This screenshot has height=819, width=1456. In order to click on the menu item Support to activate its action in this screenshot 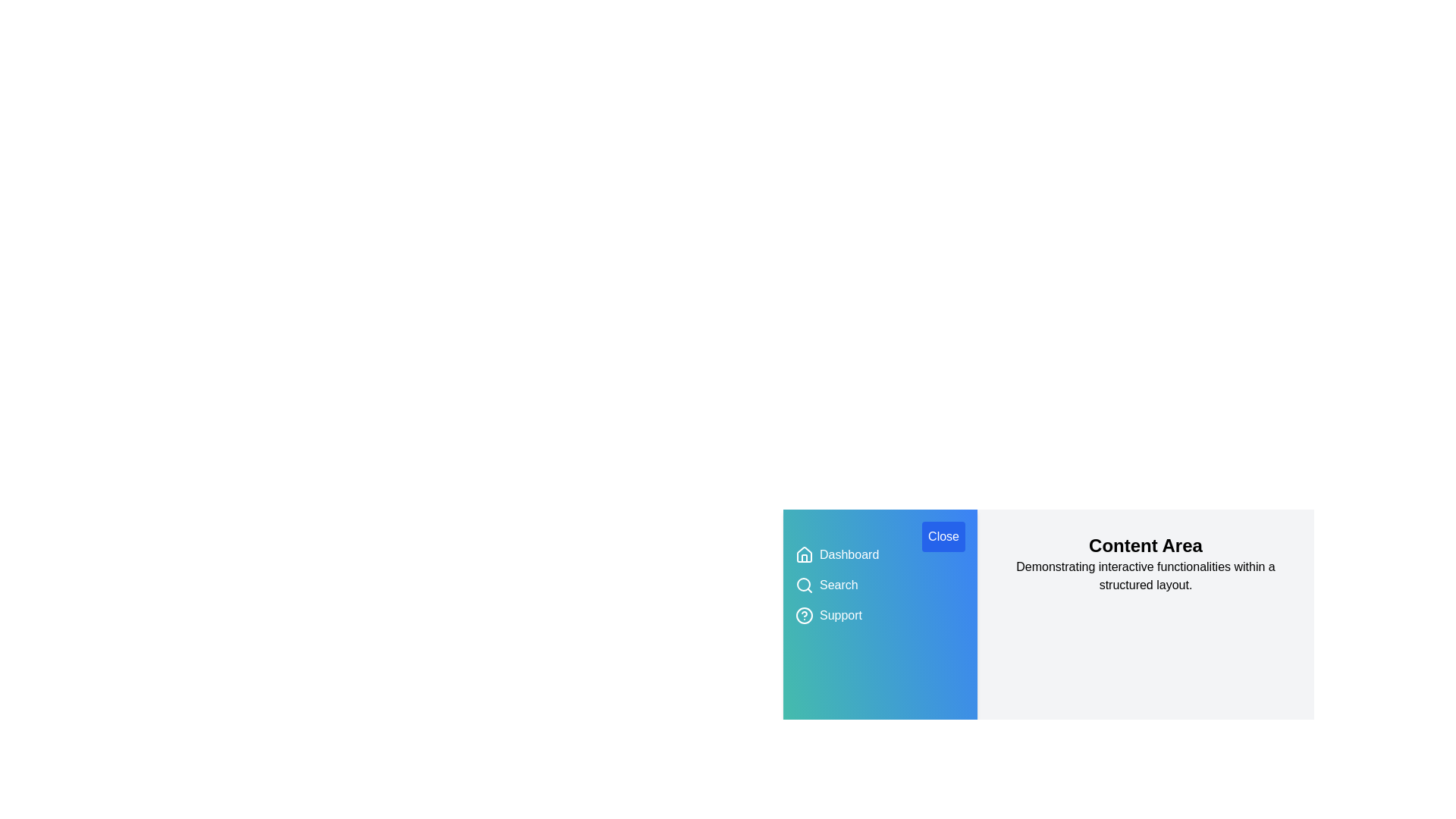, I will do `click(839, 616)`.